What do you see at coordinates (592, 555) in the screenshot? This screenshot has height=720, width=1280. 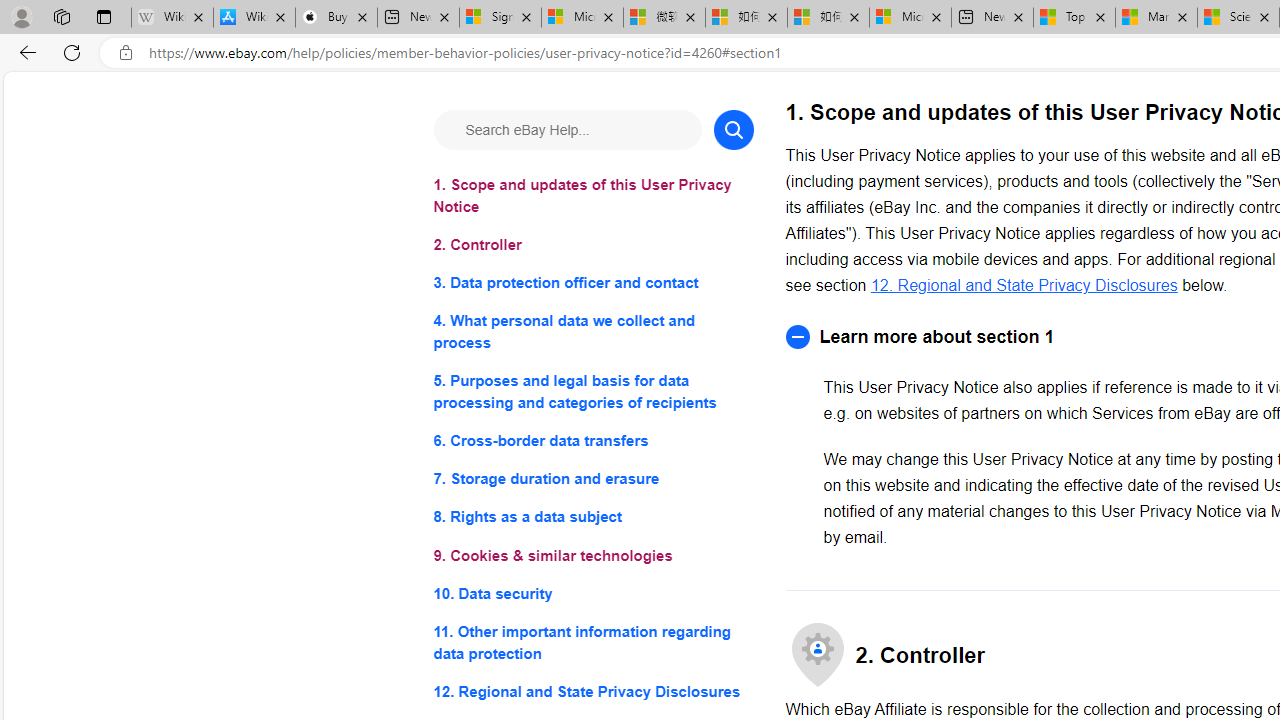 I see `'9. Cookies & similar technologies'` at bounding box center [592, 555].